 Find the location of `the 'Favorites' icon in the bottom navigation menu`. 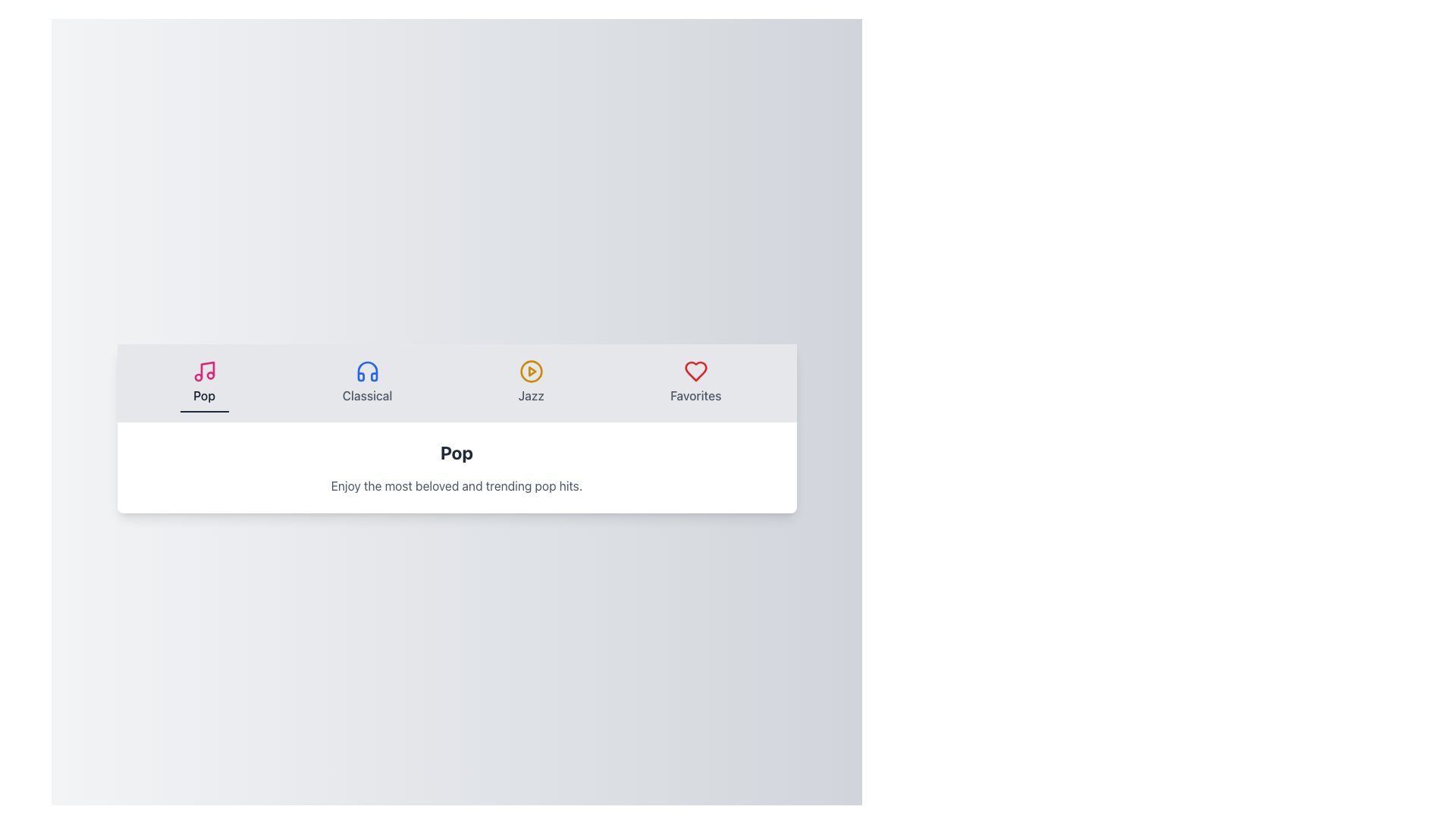

the 'Favorites' icon in the bottom navigation menu is located at coordinates (695, 371).